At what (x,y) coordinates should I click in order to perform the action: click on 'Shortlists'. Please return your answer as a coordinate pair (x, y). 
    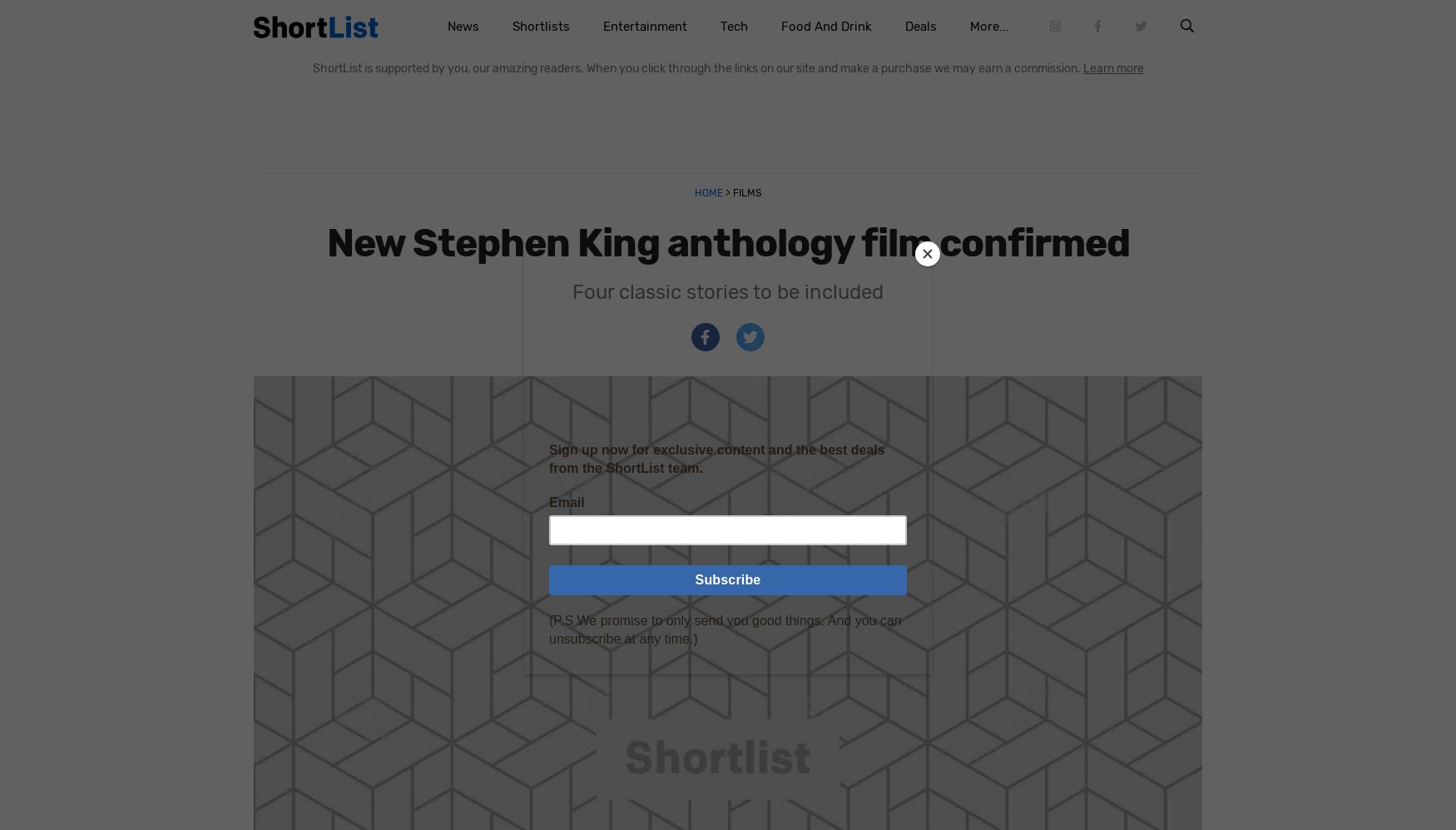
    Looking at the image, I should click on (539, 27).